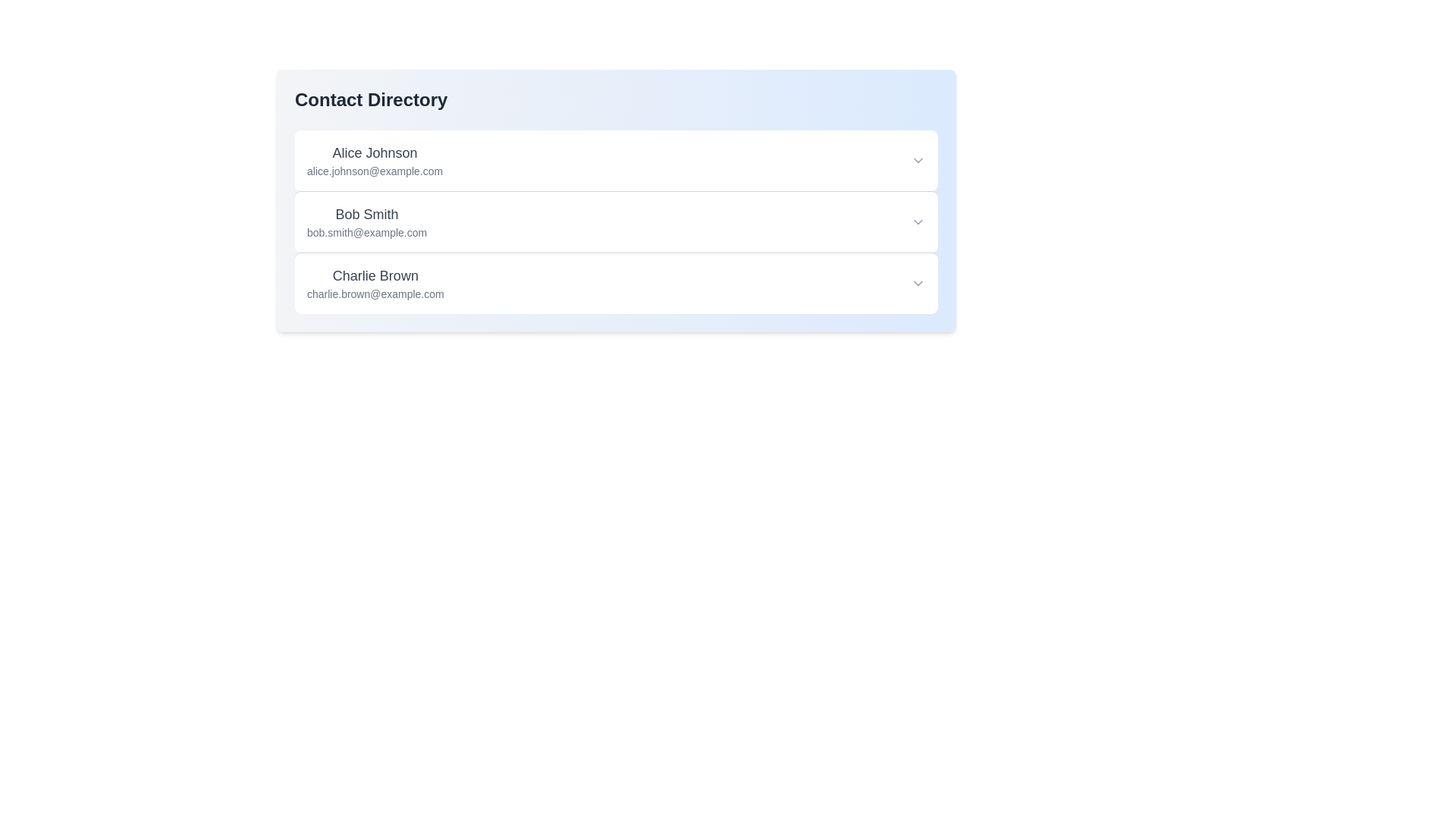  I want to click on the static text element displaying the email address located below 'Charlie Brown' in the third contact card, so click(375, 294).